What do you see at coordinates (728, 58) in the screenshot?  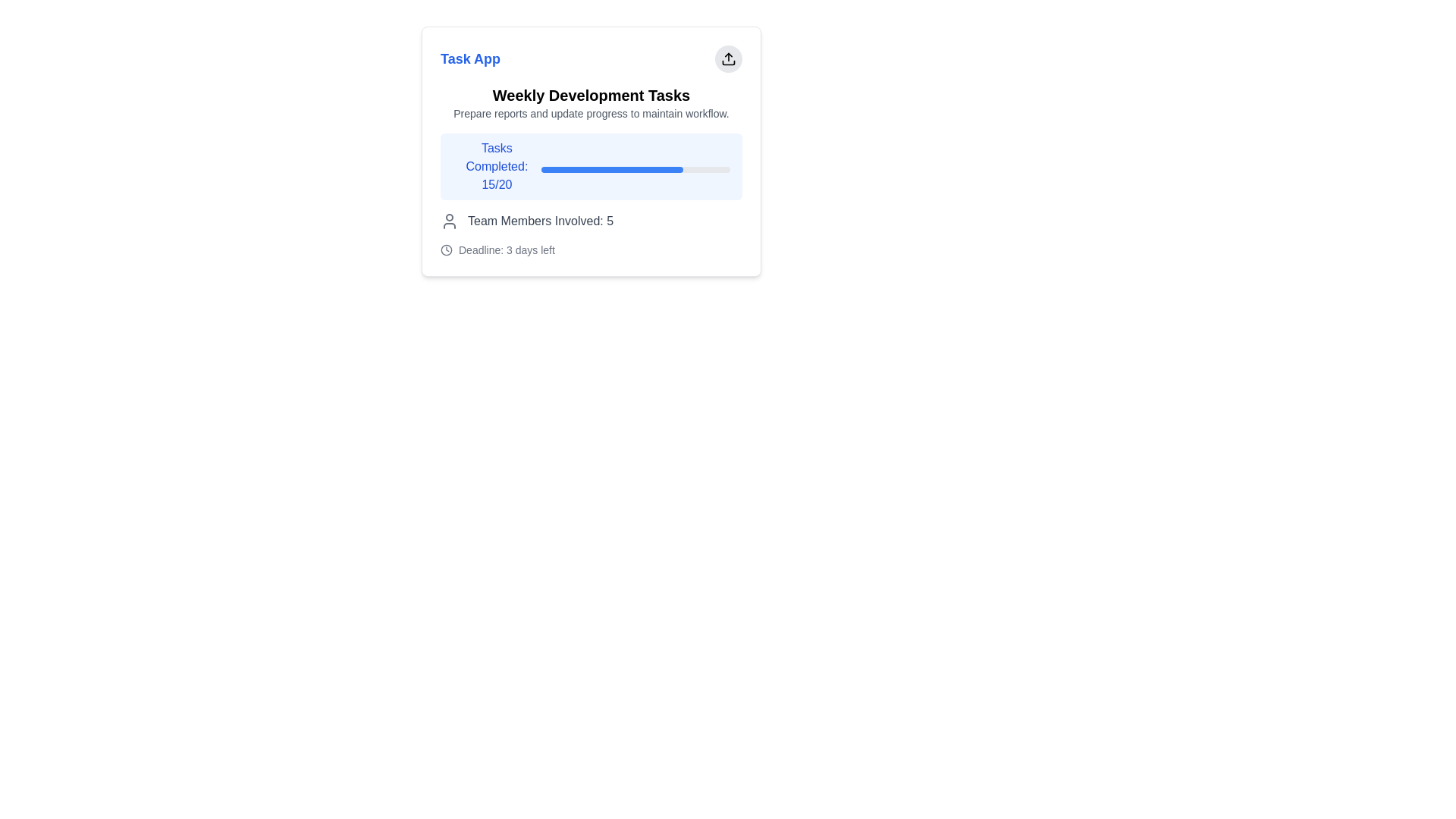 I see `the Upload Icon located inside the rounded gray button at the top-right corner of the task details widget` at bounding box center [728, 58].